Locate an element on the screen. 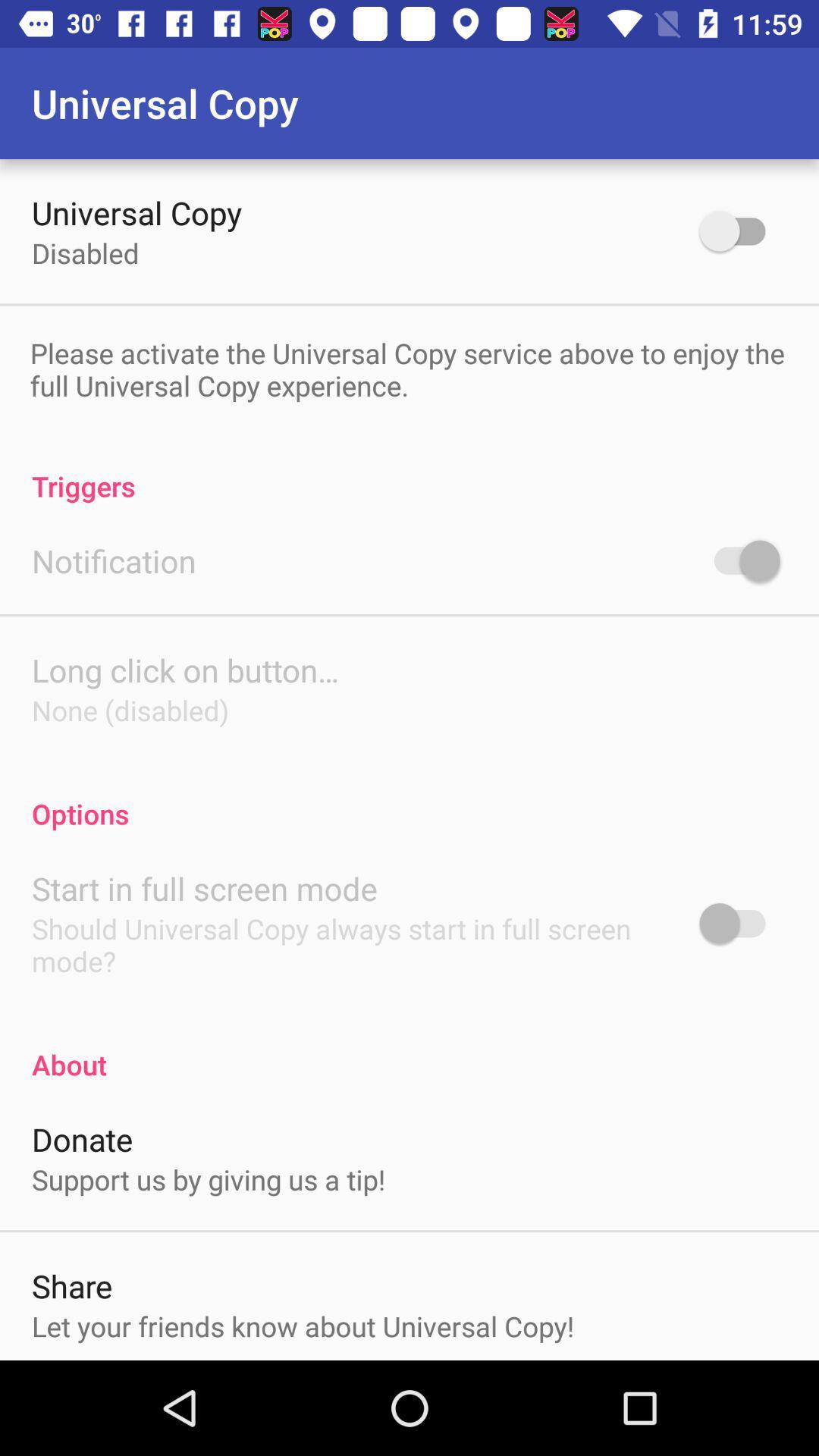 This screenshot has height=1456, width=819. the support us by is located at coordinates (209, 1178).